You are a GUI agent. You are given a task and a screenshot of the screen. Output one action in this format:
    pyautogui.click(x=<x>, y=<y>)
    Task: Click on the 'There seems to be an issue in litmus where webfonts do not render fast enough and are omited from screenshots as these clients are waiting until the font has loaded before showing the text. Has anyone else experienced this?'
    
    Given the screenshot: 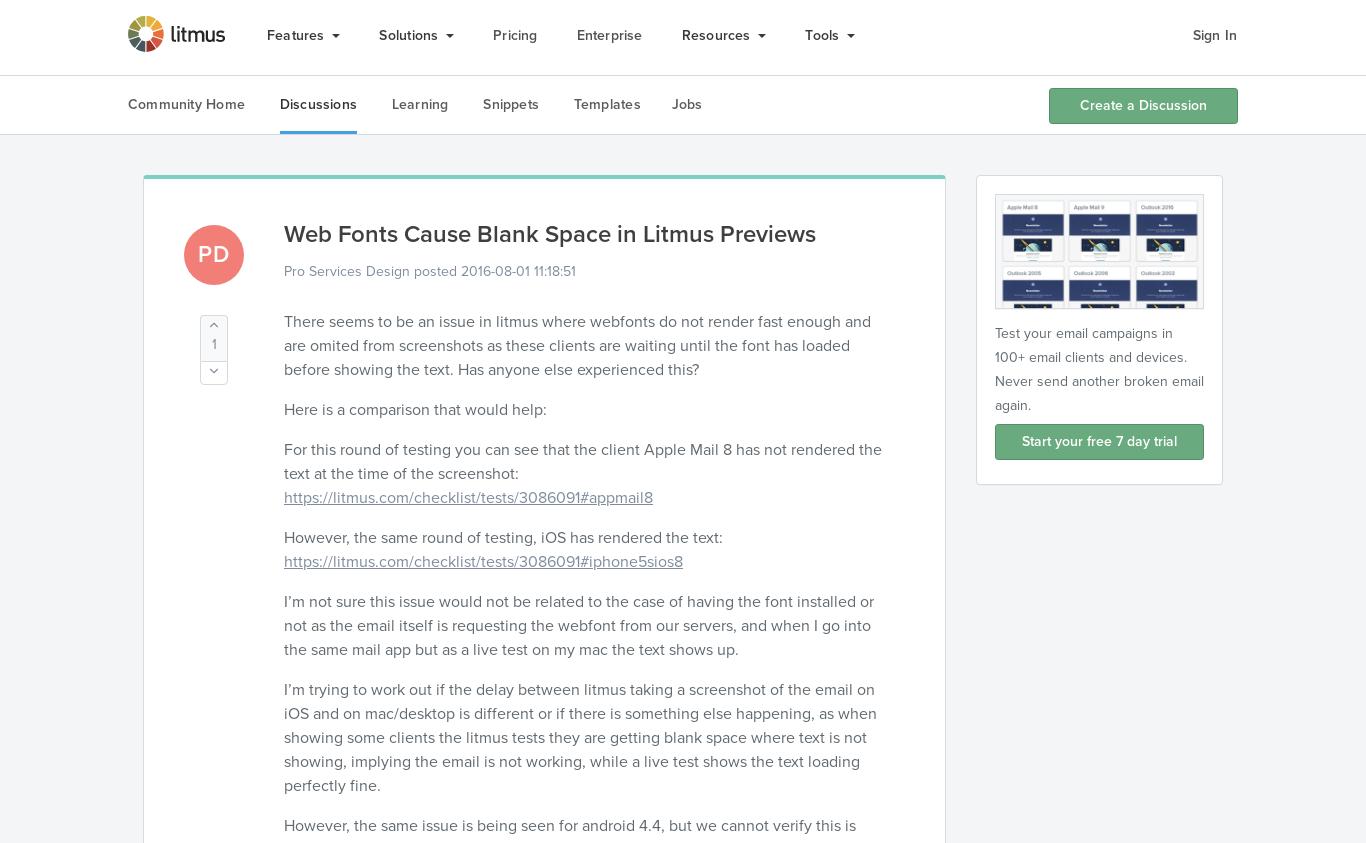 What is the action you would take?
    pyautogui.click(x=576, y=344)
    